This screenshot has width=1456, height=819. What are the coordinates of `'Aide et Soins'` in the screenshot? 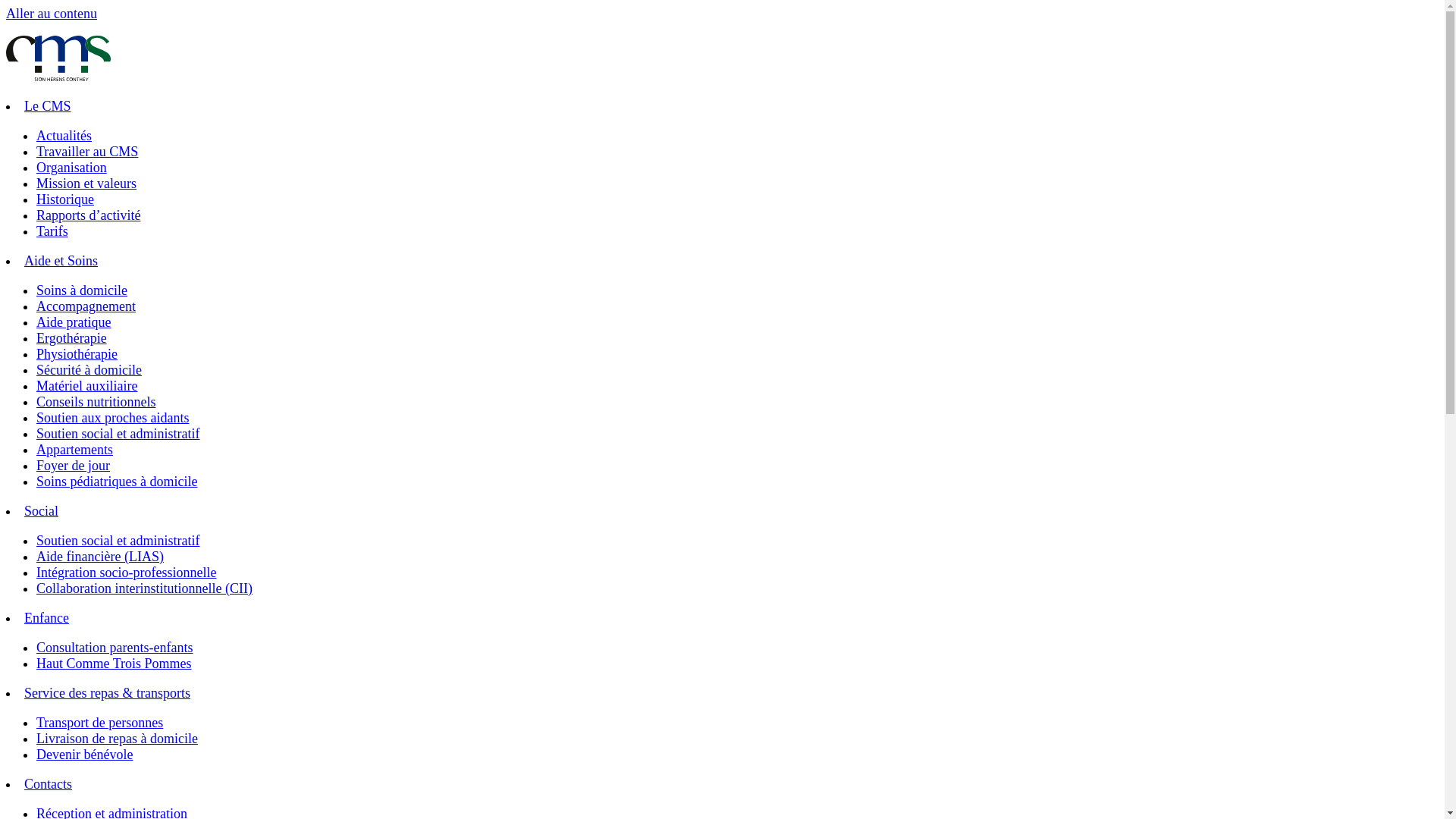 It's located at (61, 259).